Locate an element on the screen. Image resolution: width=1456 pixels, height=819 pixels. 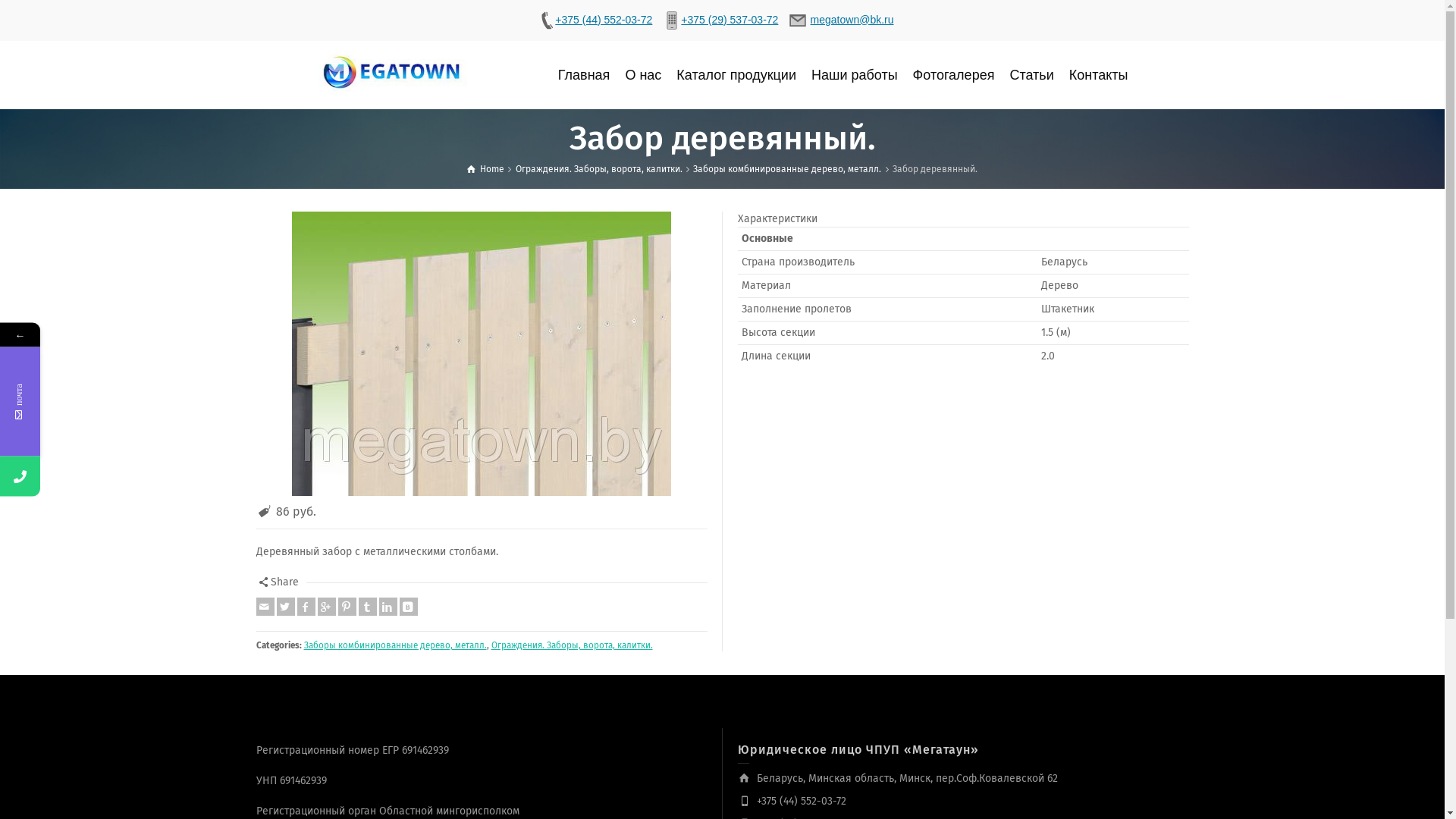
'Vkontakte' is located at coordinates (407, 605).